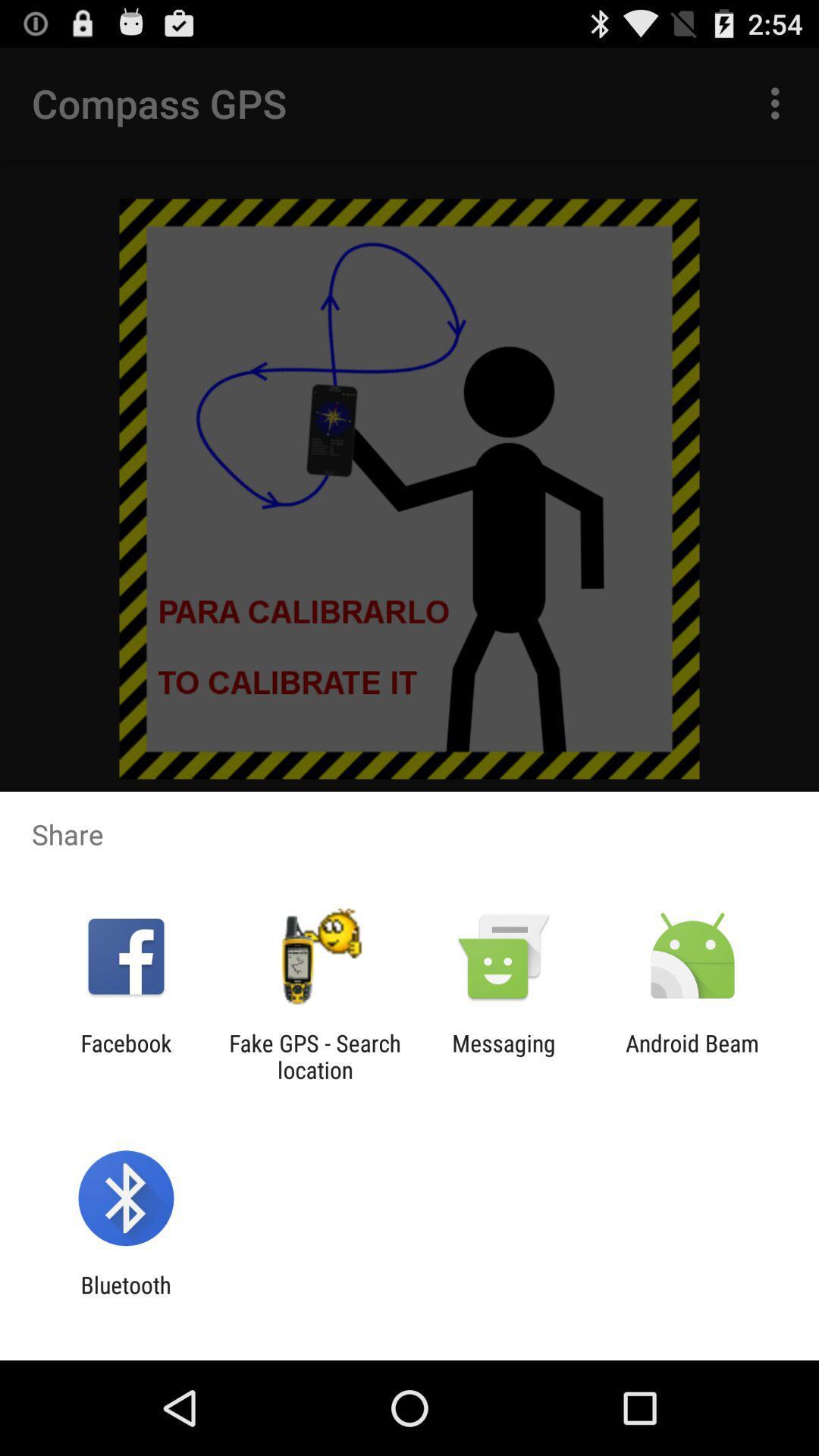 Image resolution: width=819 pixels, height=1456 pixels. I want to click on the android beam, so click(692, 1056).